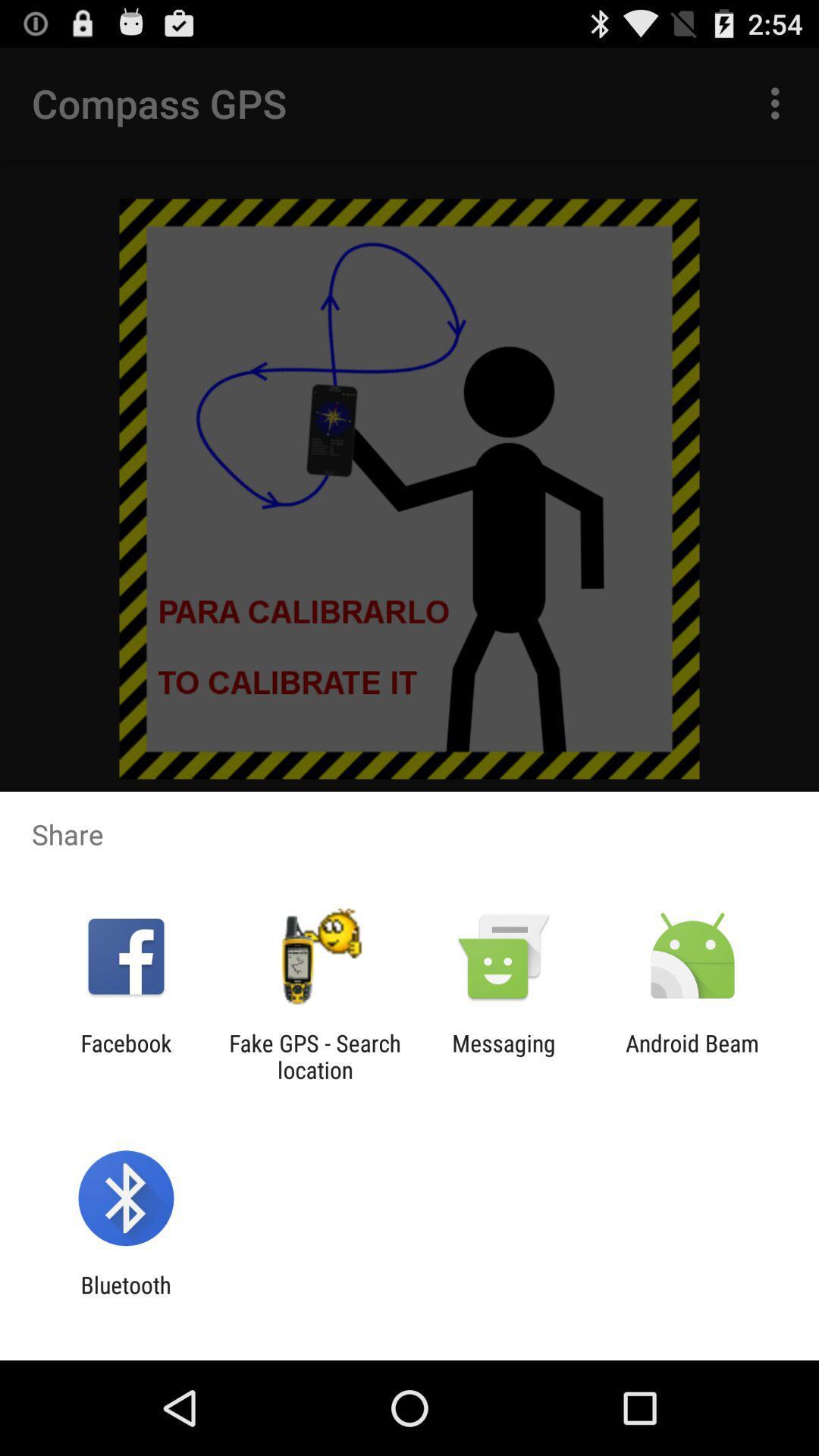 Image resolution: width=819 pixels, height=1456 pixels. I want to click on the android beam, so click(692, 1056).